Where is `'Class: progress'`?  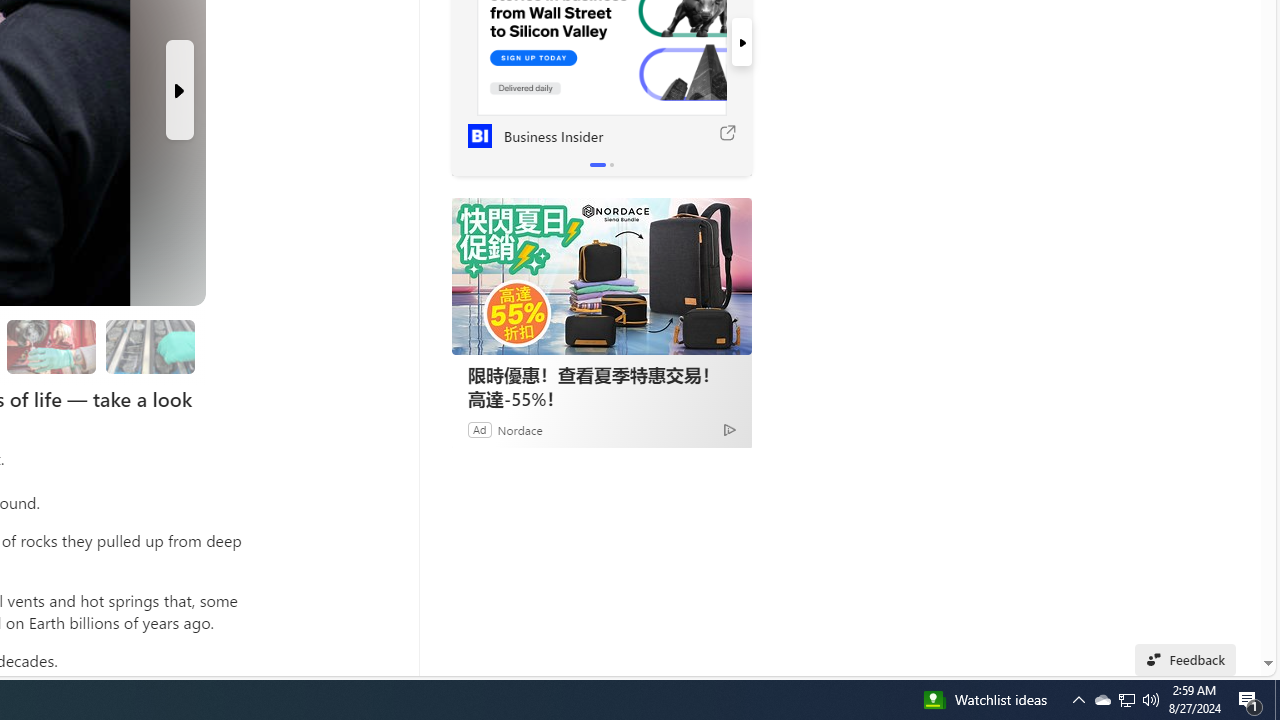 'Class: progress' is located at coordinates (149, 342).